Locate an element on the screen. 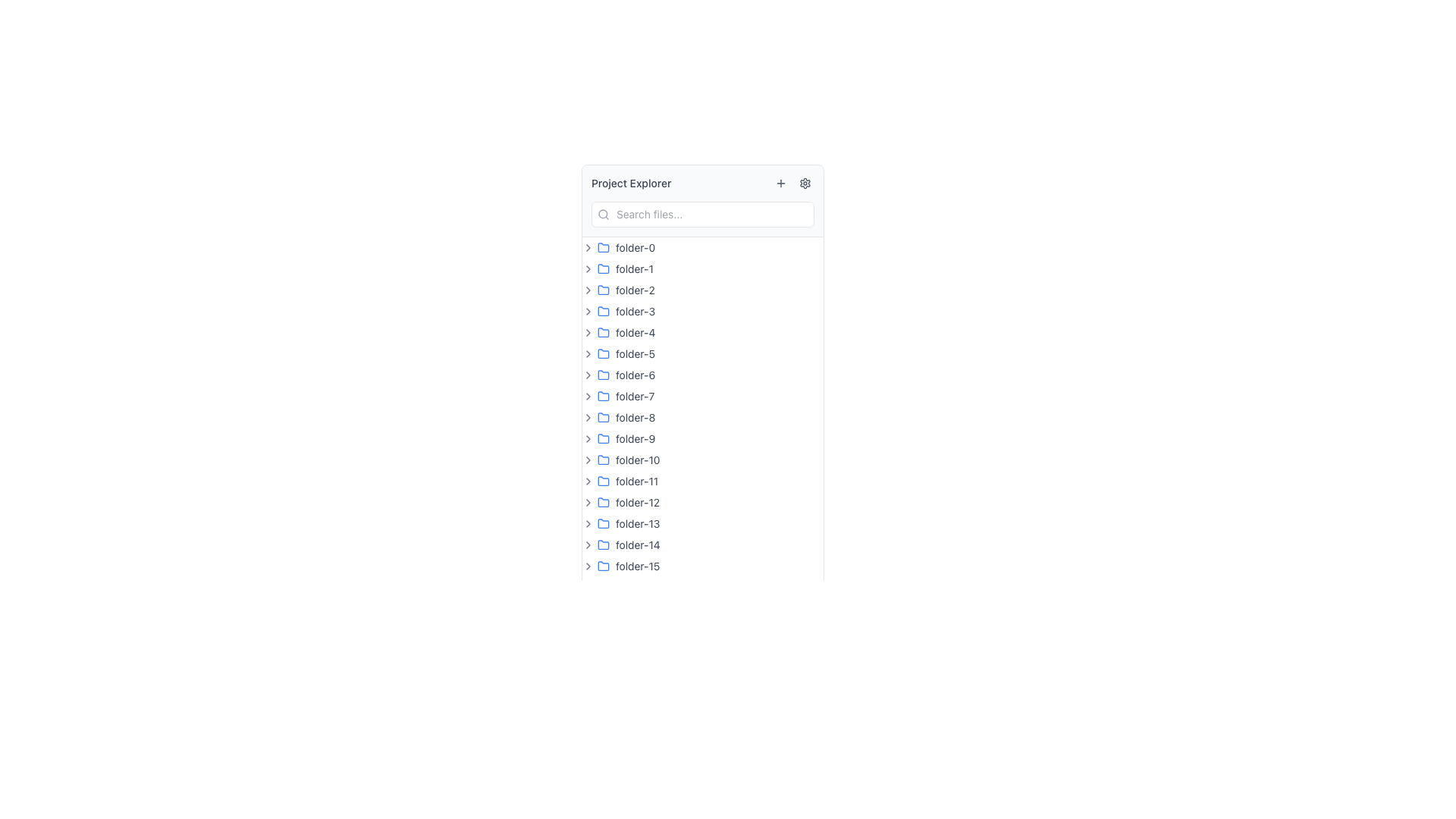  the blue folder icon in the Project Explorer section, specifically located next to the label 'folder-4' is located at coordinates (603, 331).